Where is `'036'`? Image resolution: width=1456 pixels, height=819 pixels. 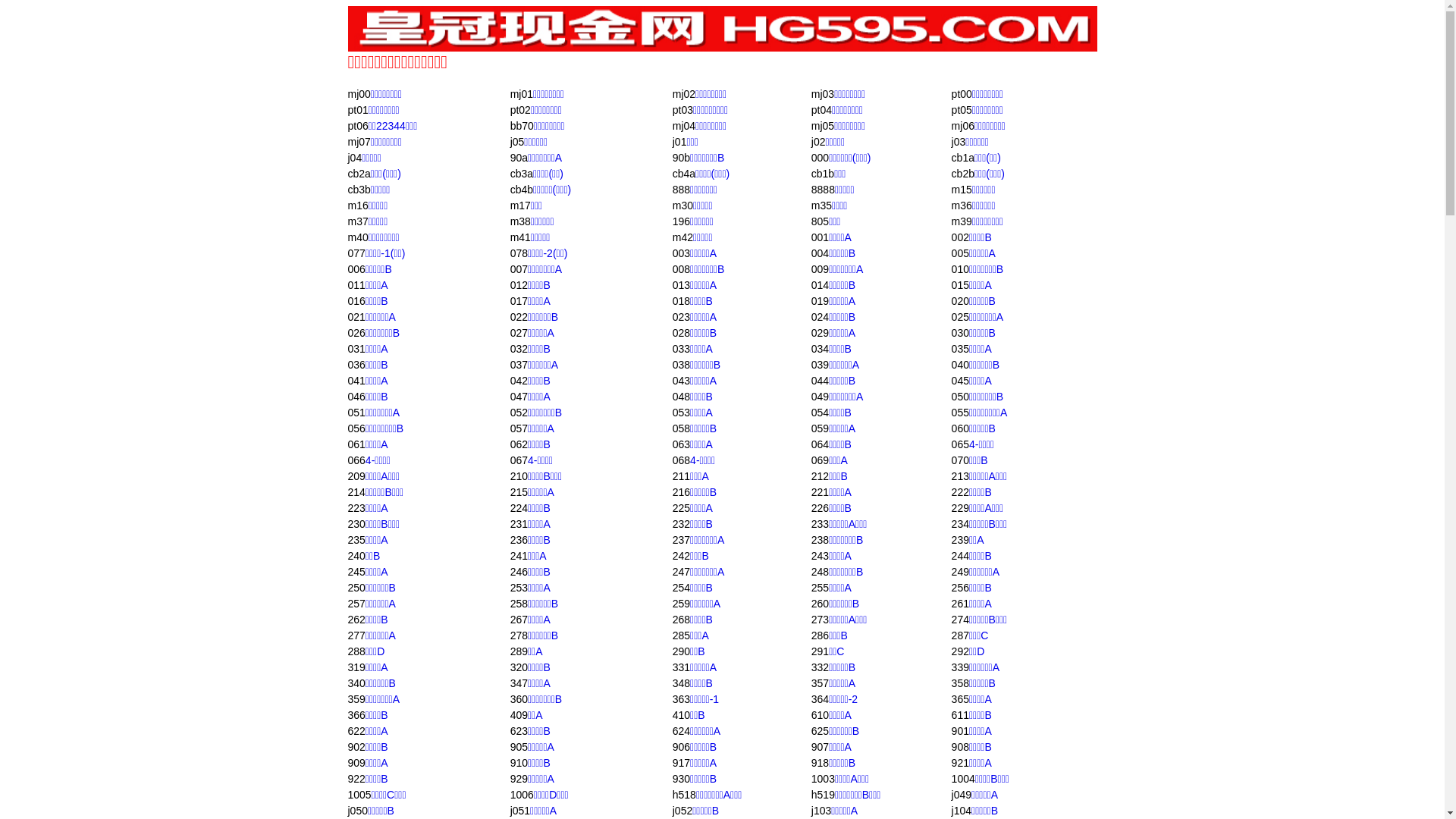
'036' is located at coordinates (355, 365).